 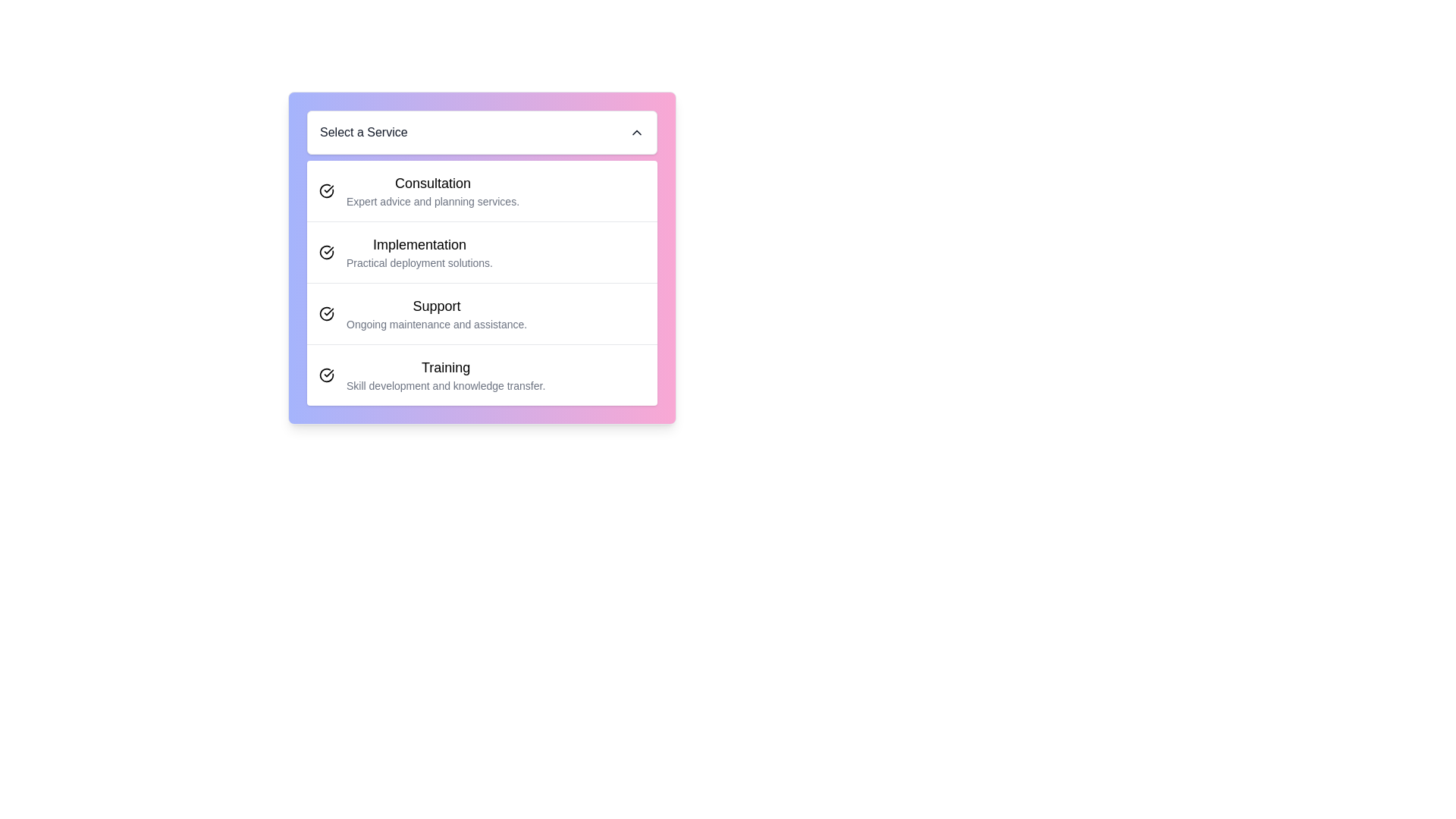 What do you see at coordinates (481, 190) in the screenshot?
I see `to select the 'Consultation' service option, which is the first item in the vertical list inside the 'Select a Service' panel` at bounding box center [481, 190].